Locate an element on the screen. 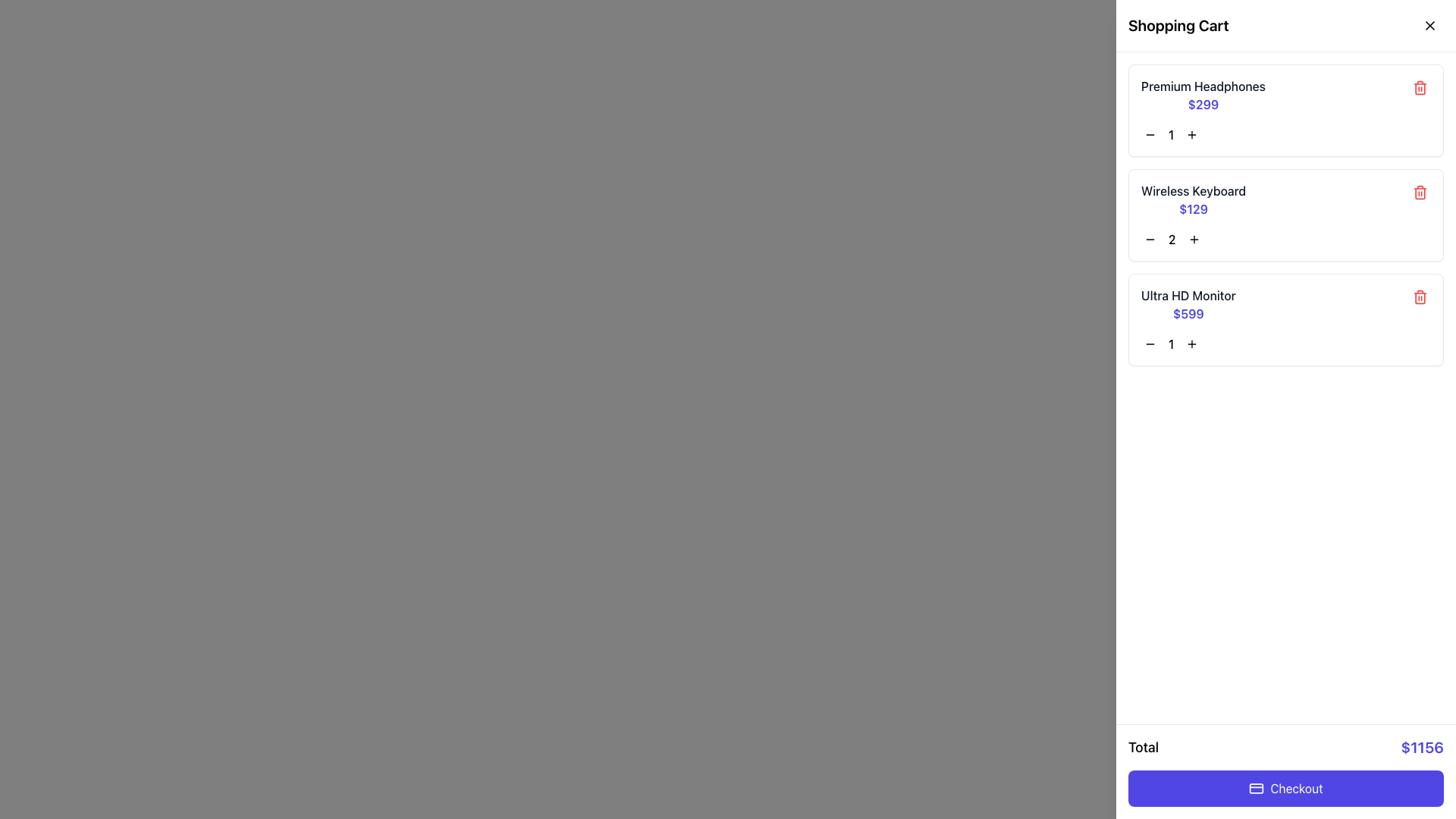  the 'increment quantity' icon located in the first product card of the shopping cart section is located at coordinates (1191, 133).